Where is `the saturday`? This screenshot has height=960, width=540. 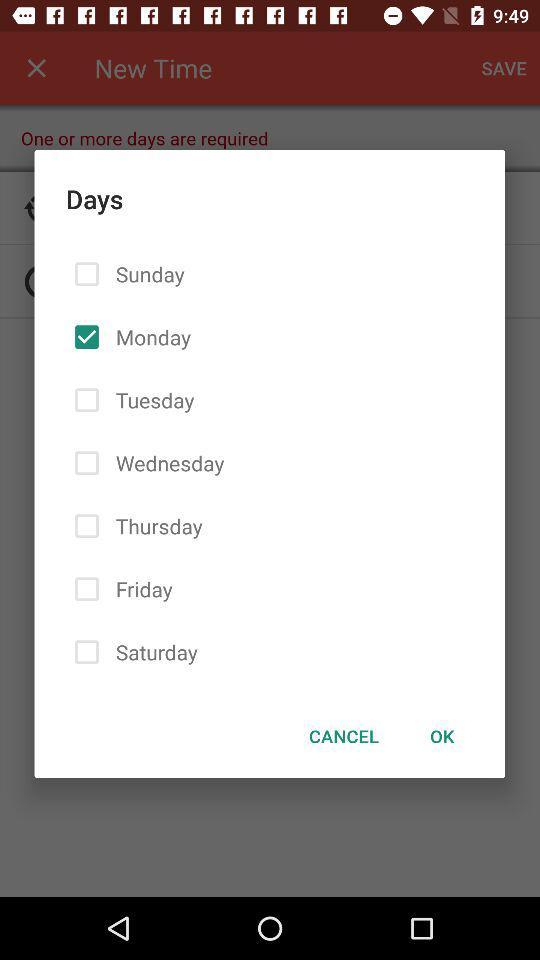 the saturday is located at coordinates (151, 651).